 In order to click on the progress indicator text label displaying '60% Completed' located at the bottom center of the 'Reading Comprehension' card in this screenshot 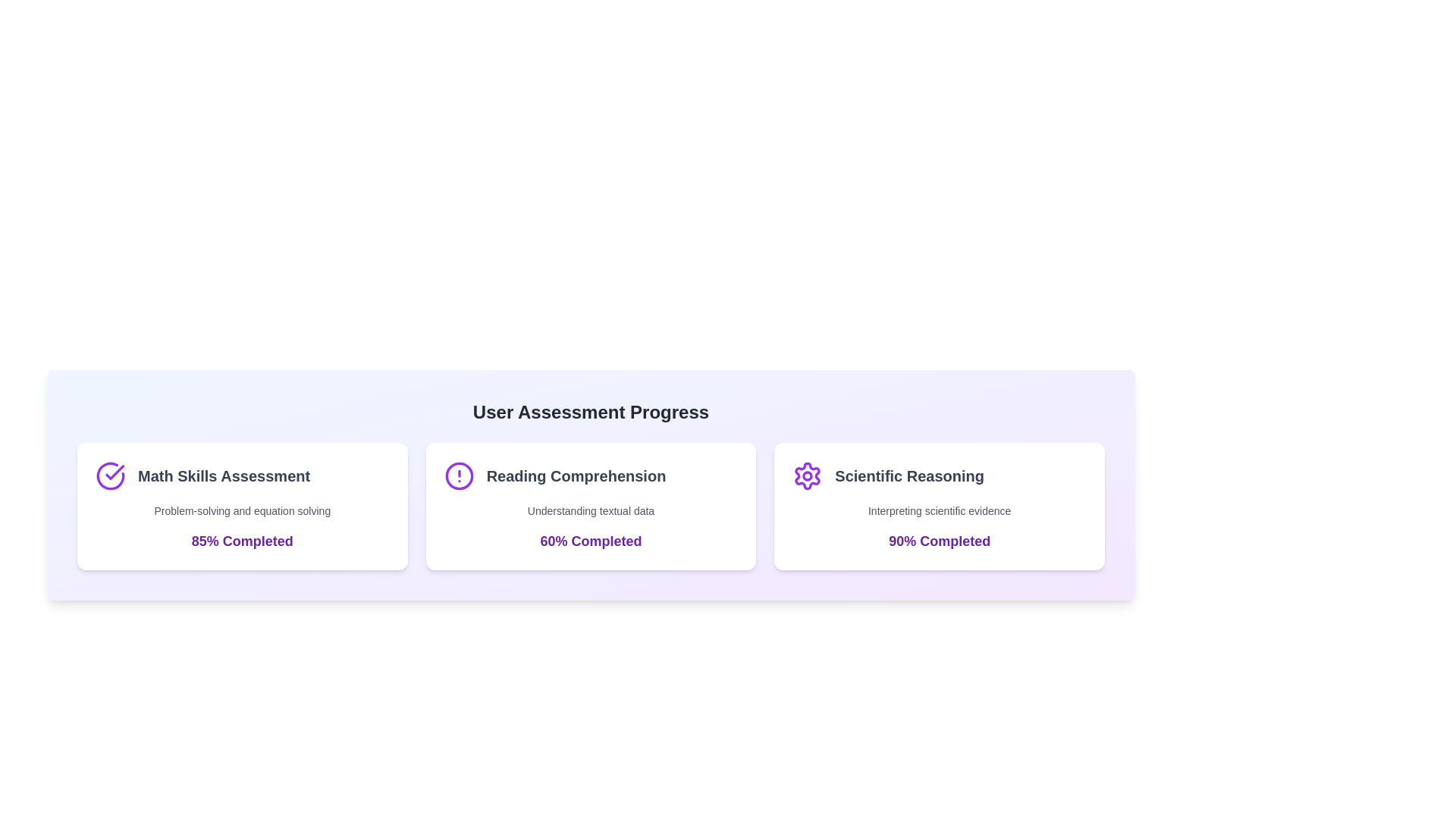, I will do `click(590, 540)`.